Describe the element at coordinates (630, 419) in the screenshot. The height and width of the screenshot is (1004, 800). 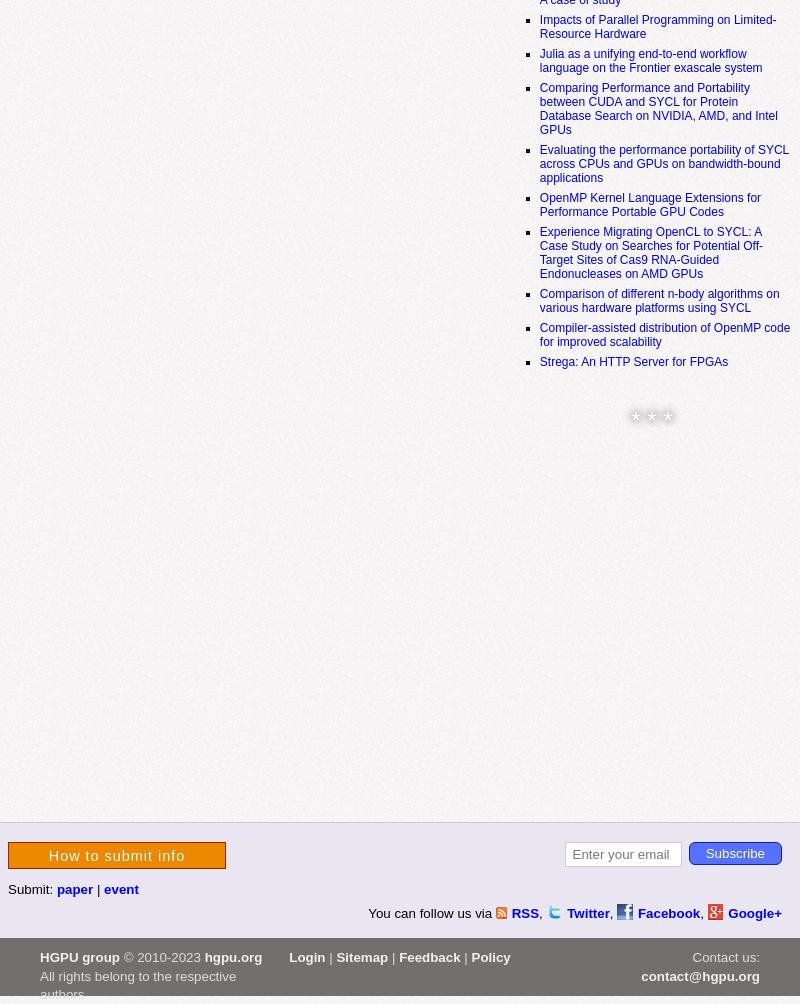
I see `'* * *'` at that location.